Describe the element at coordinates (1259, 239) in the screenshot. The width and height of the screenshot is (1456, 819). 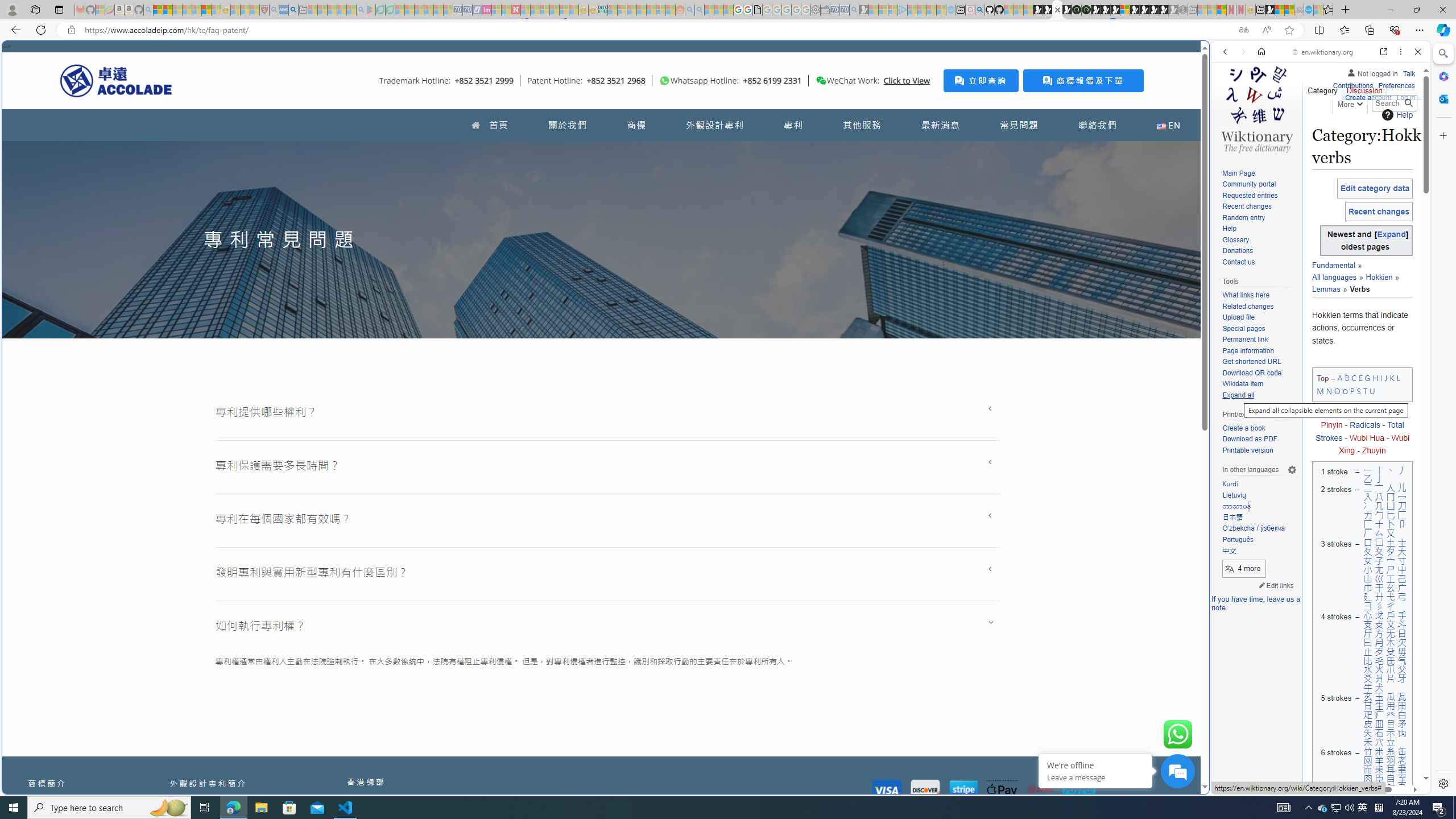
I see `'Glossary'` at that location.